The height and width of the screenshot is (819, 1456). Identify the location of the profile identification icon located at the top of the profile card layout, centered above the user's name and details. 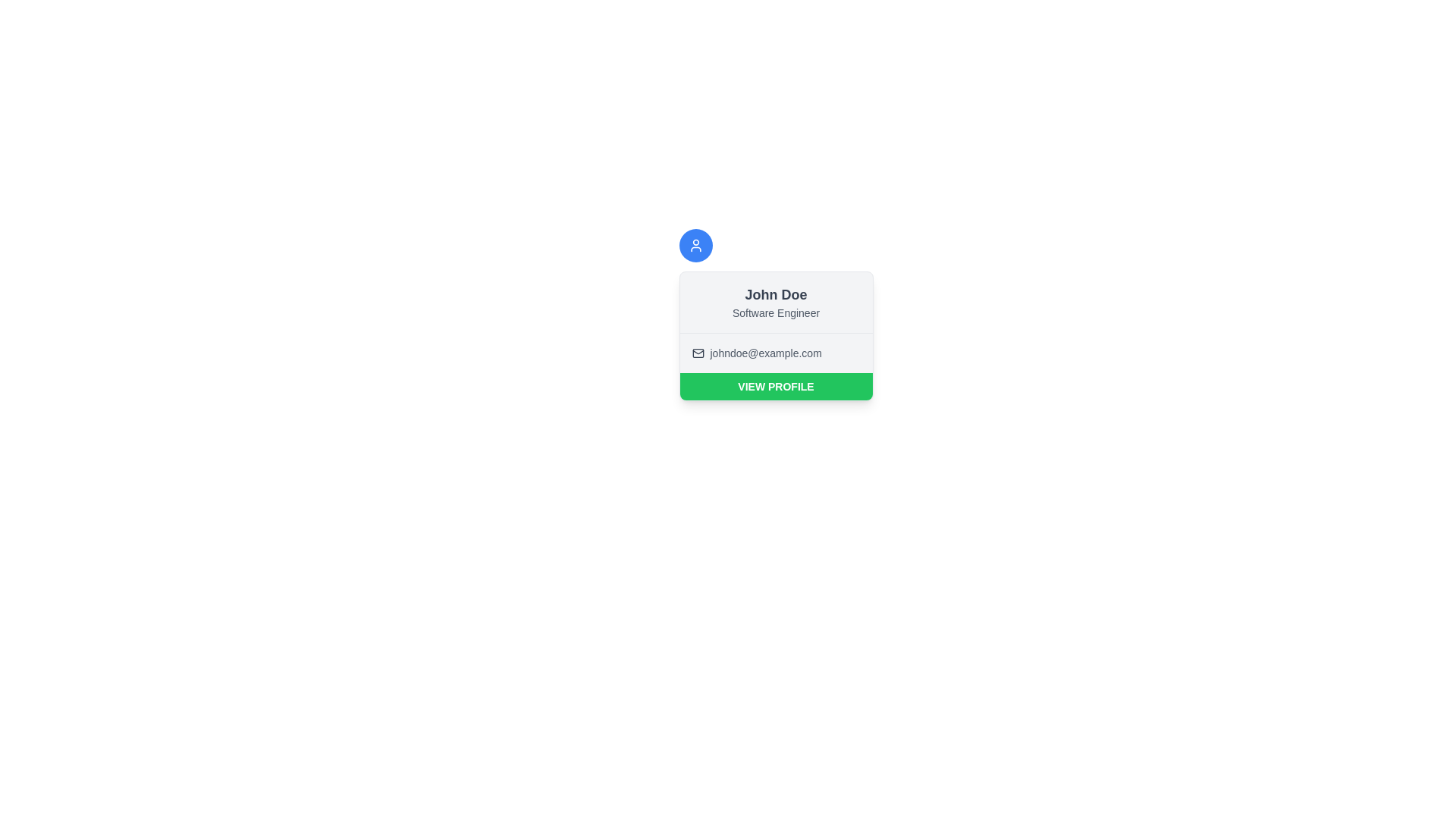
(695, 245).